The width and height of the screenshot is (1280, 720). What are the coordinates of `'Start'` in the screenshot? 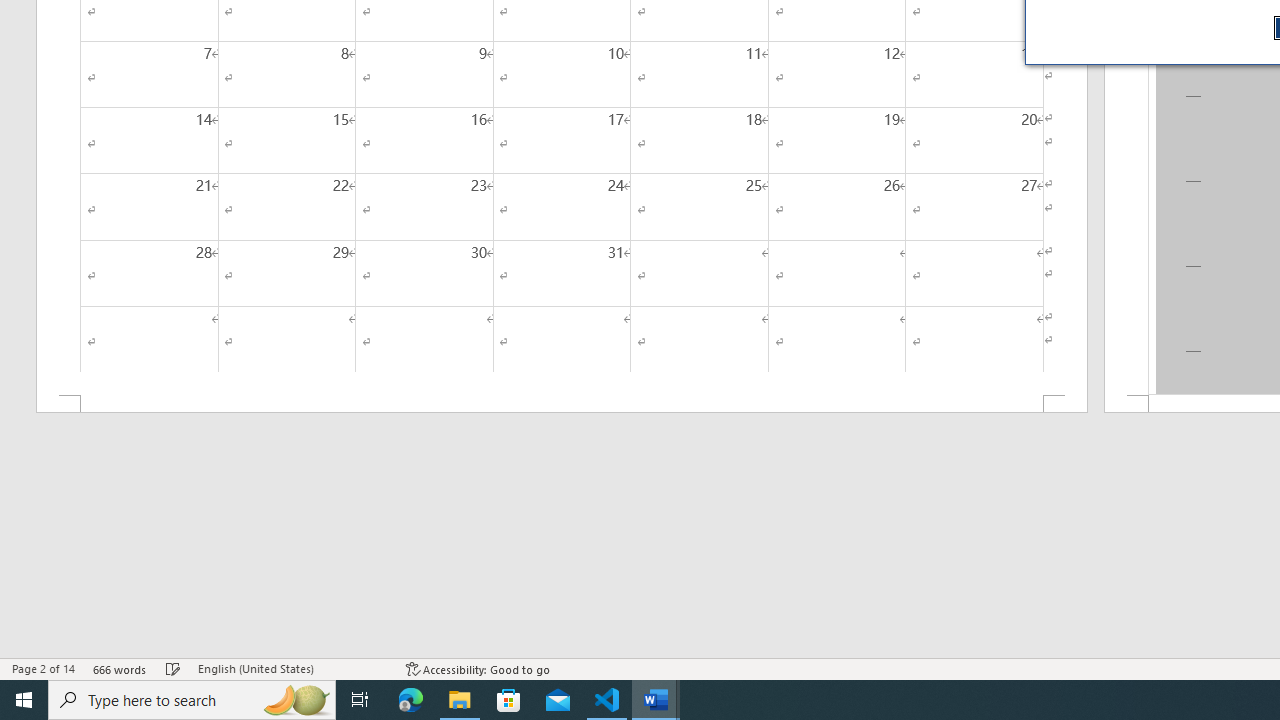 It's located at (24, 698).